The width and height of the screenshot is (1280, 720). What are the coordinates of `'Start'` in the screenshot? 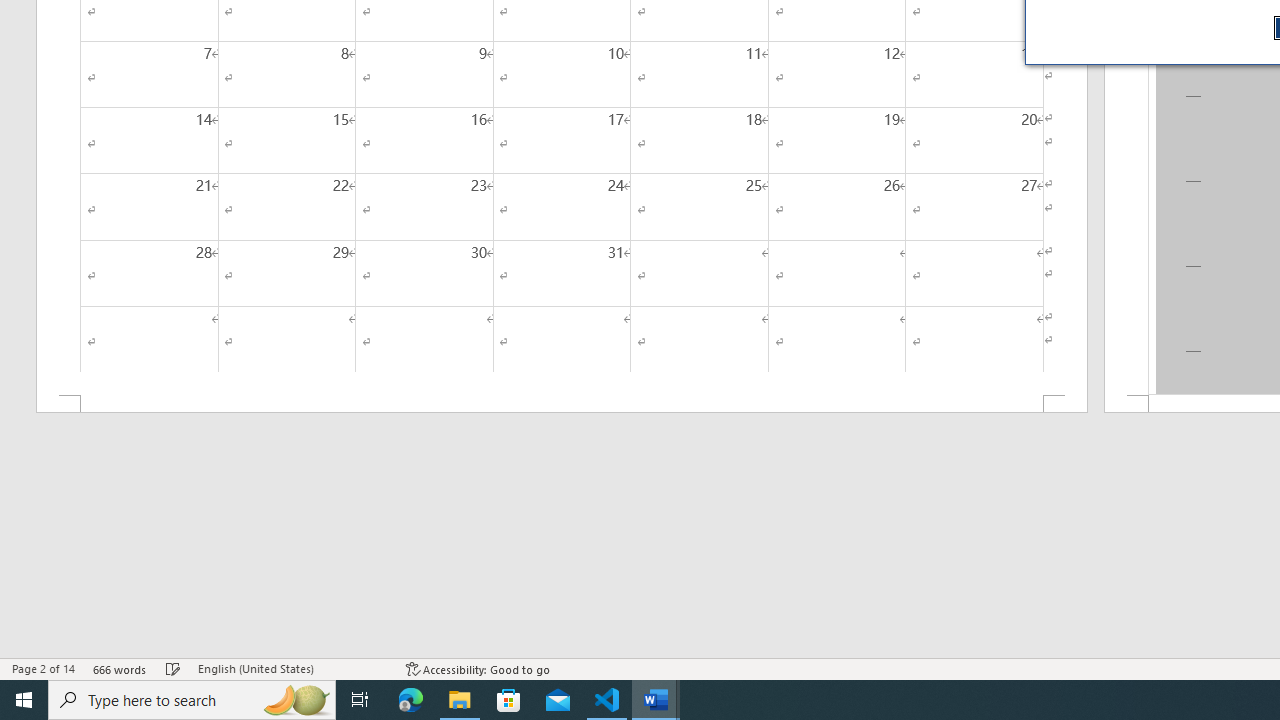 It's located at (24, 698).